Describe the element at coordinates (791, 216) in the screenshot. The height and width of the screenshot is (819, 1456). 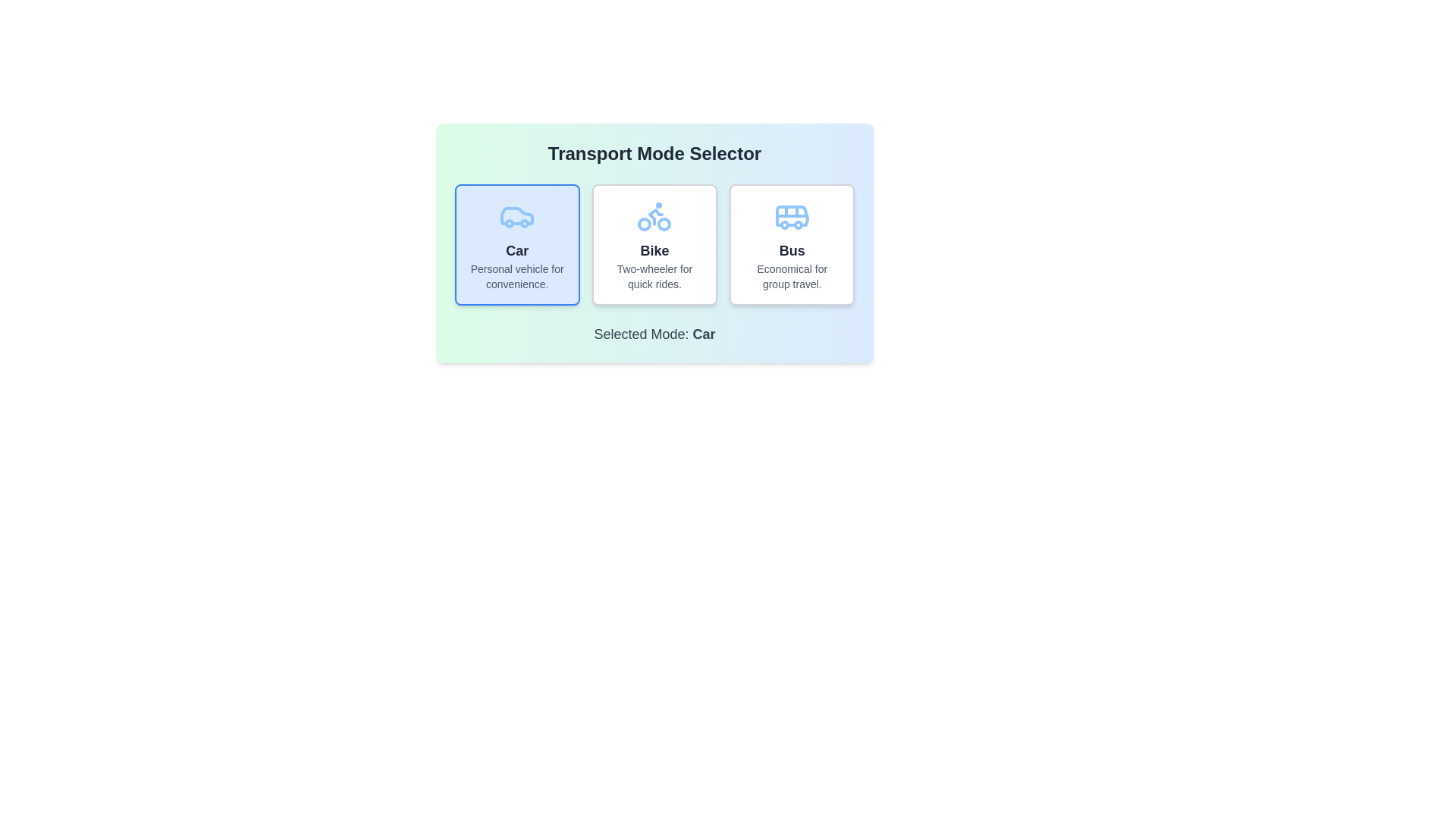
I see `the bus icon located at the top of the third option card labeled 'Bus' in the transport mode selector interface` at that location.